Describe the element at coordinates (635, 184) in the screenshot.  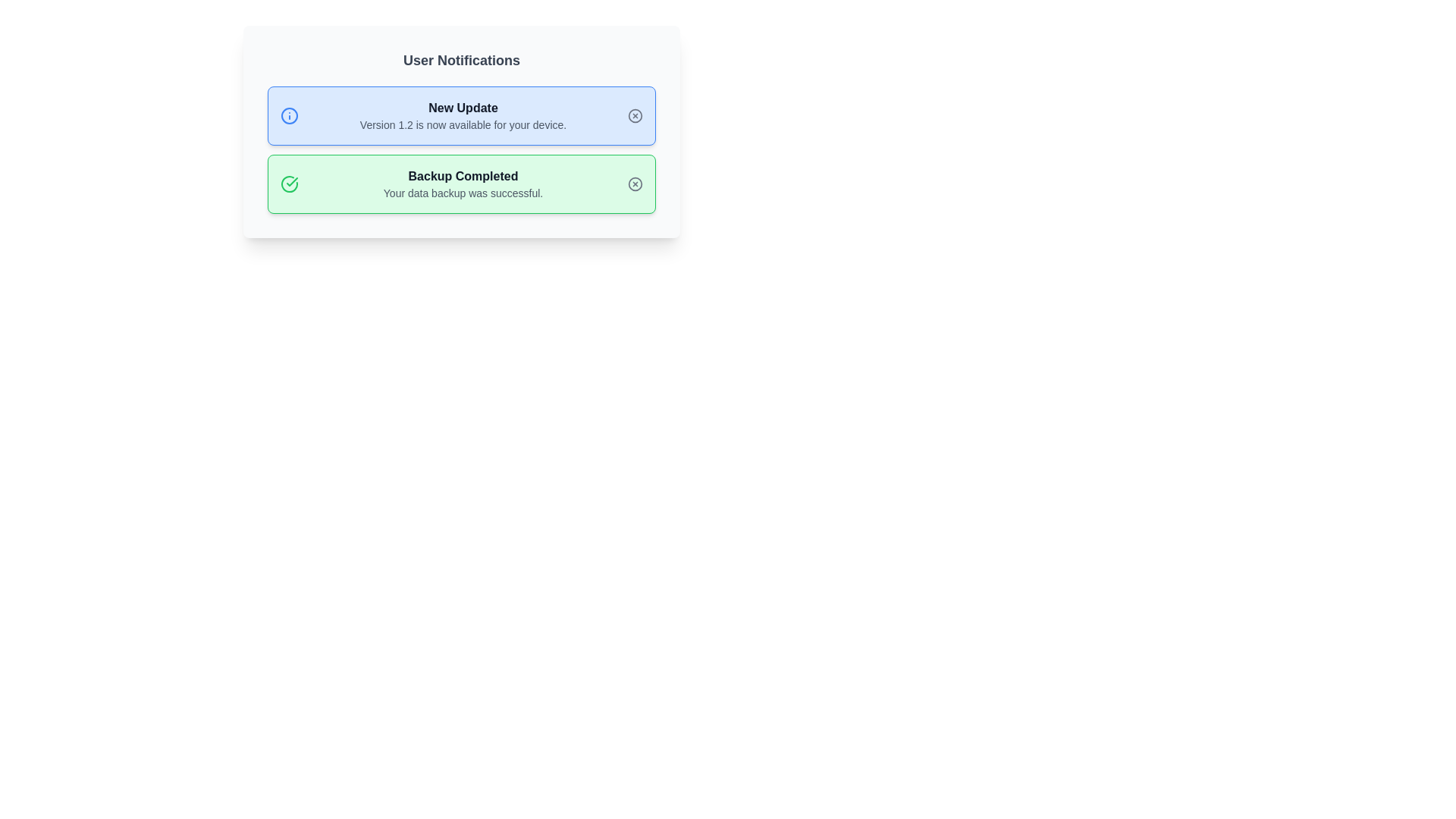
I see `the dismiss button located in the bottom right section of the 'Backup Completed' notification` at that location.